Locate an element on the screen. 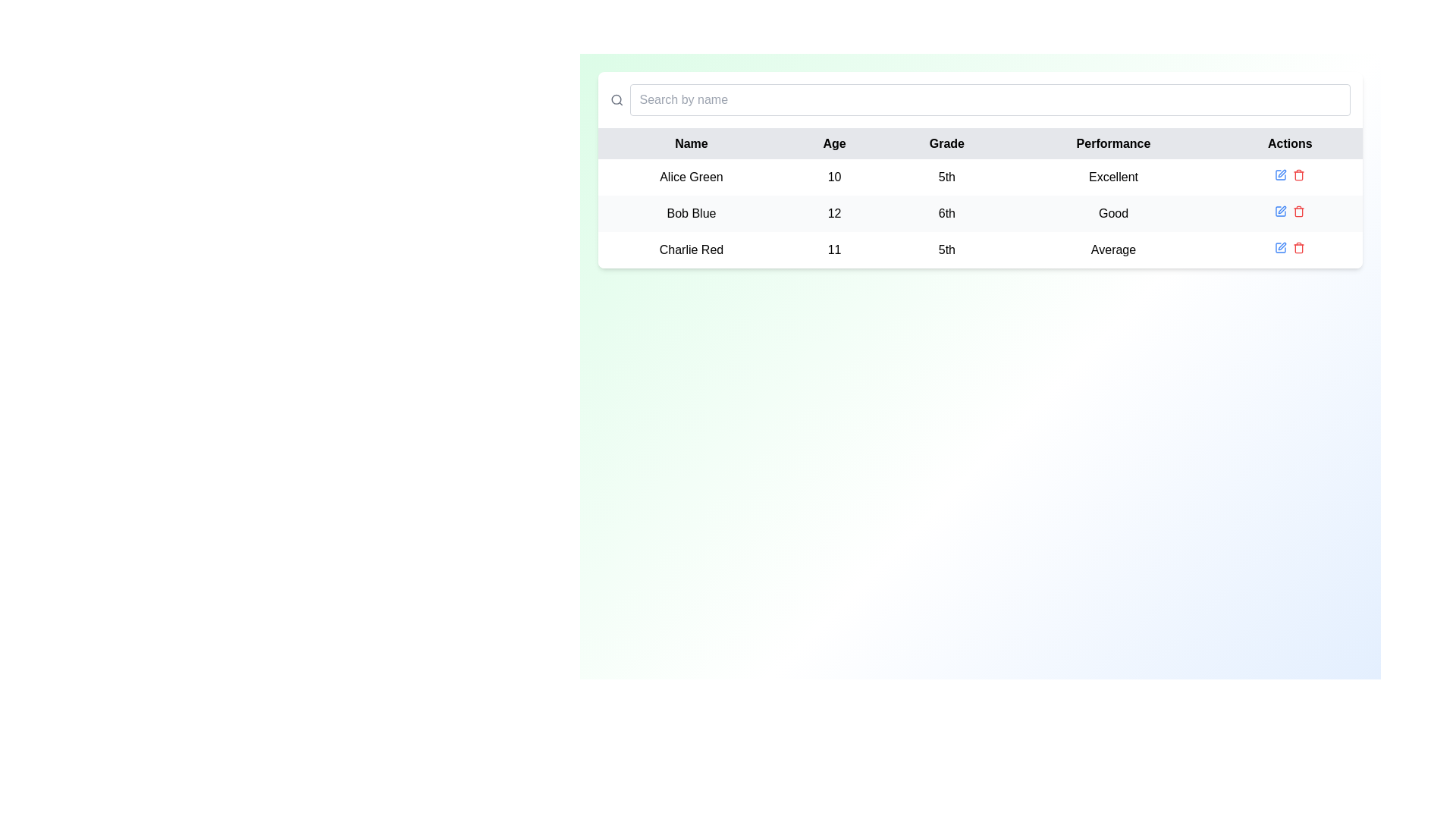 The image size is (1456, 819). the 'Edit' icon button in the 'Actions' column for the row containing 'Charlie Red' is located at coordinates (1280, 247).